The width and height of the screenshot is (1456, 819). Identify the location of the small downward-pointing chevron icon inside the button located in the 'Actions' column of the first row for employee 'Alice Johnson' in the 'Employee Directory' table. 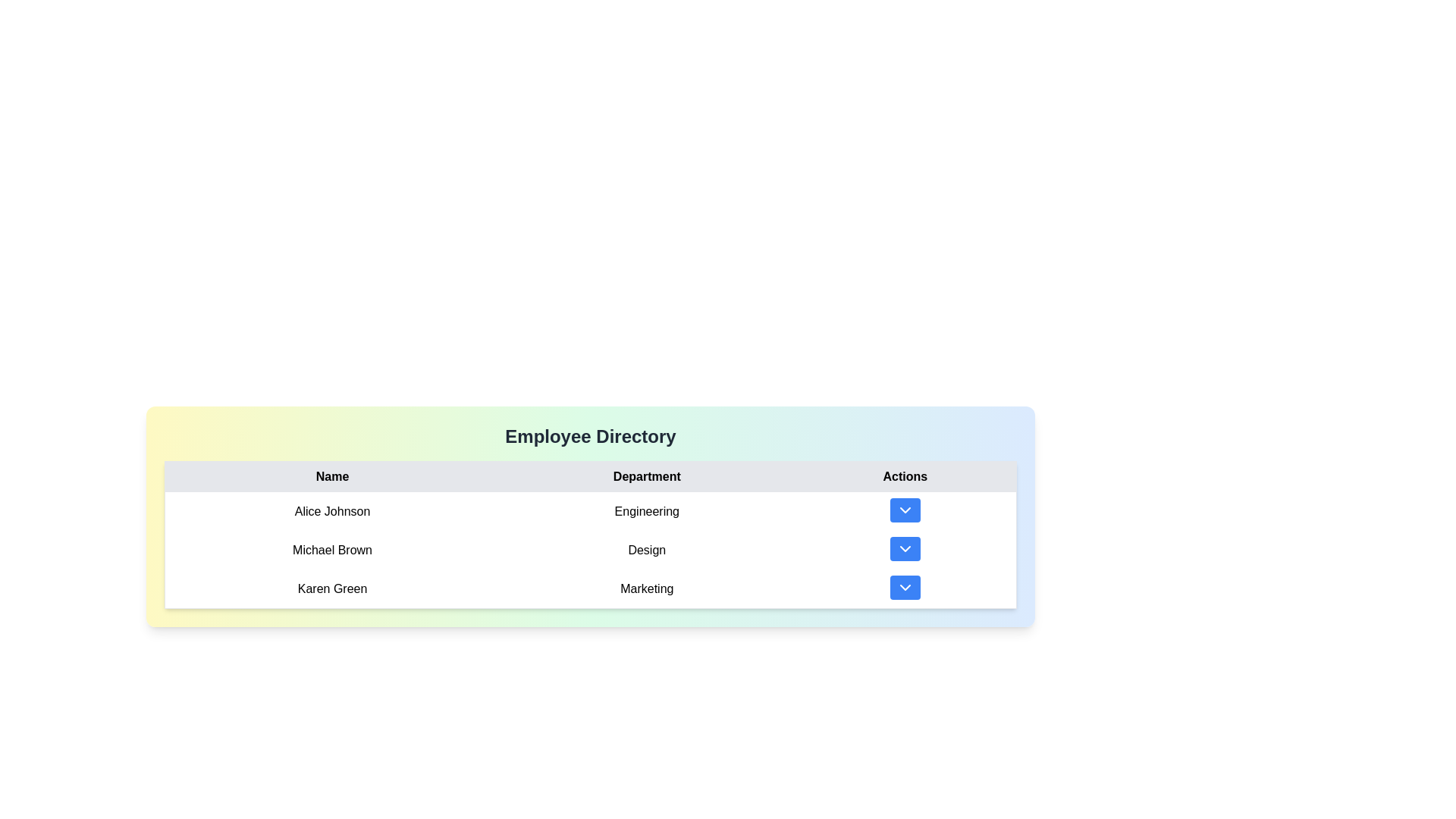
(905, 510).